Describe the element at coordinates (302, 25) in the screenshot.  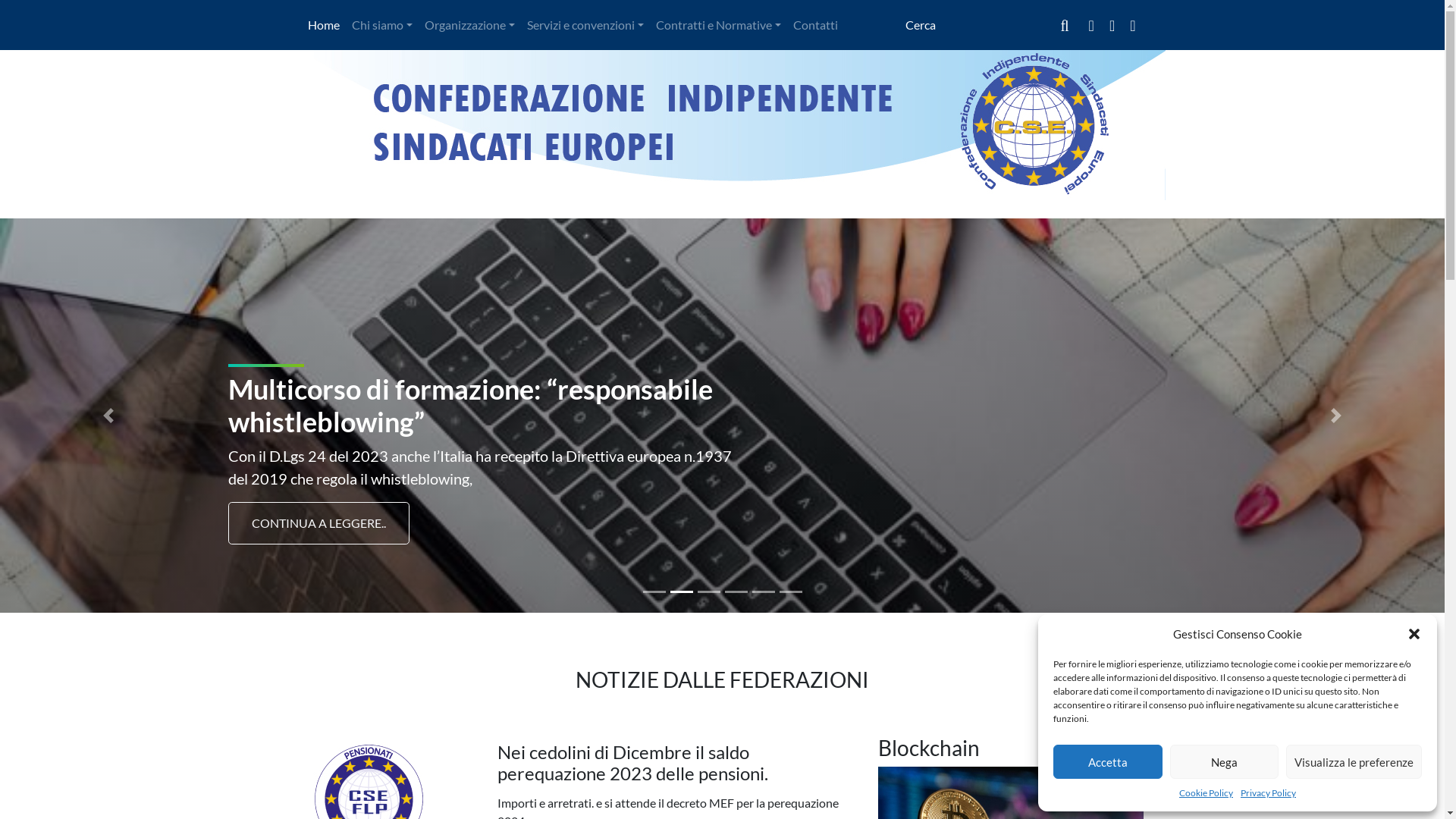
I see `'Home'` at that location.